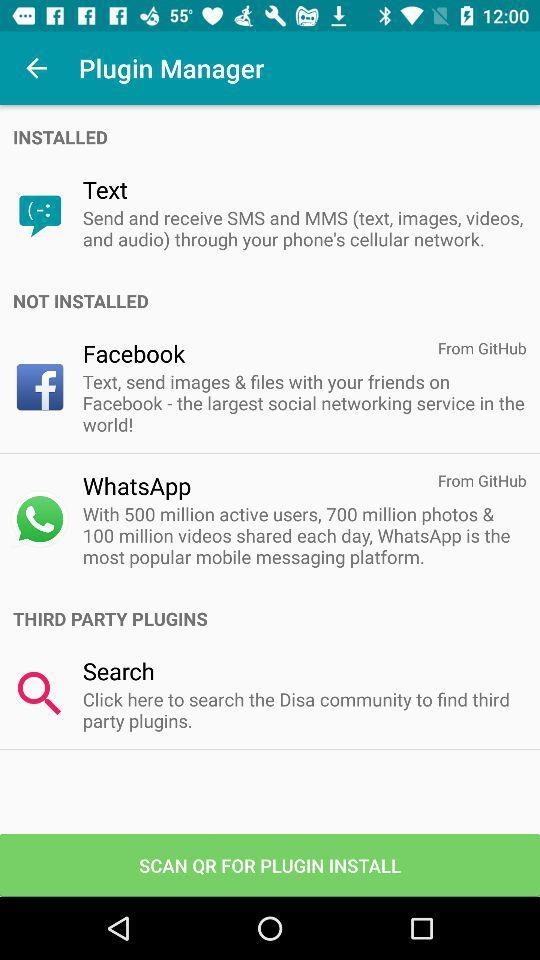 This screenshot has height=960, width=540. I want to click on the not installed icon, so click(275, 301).